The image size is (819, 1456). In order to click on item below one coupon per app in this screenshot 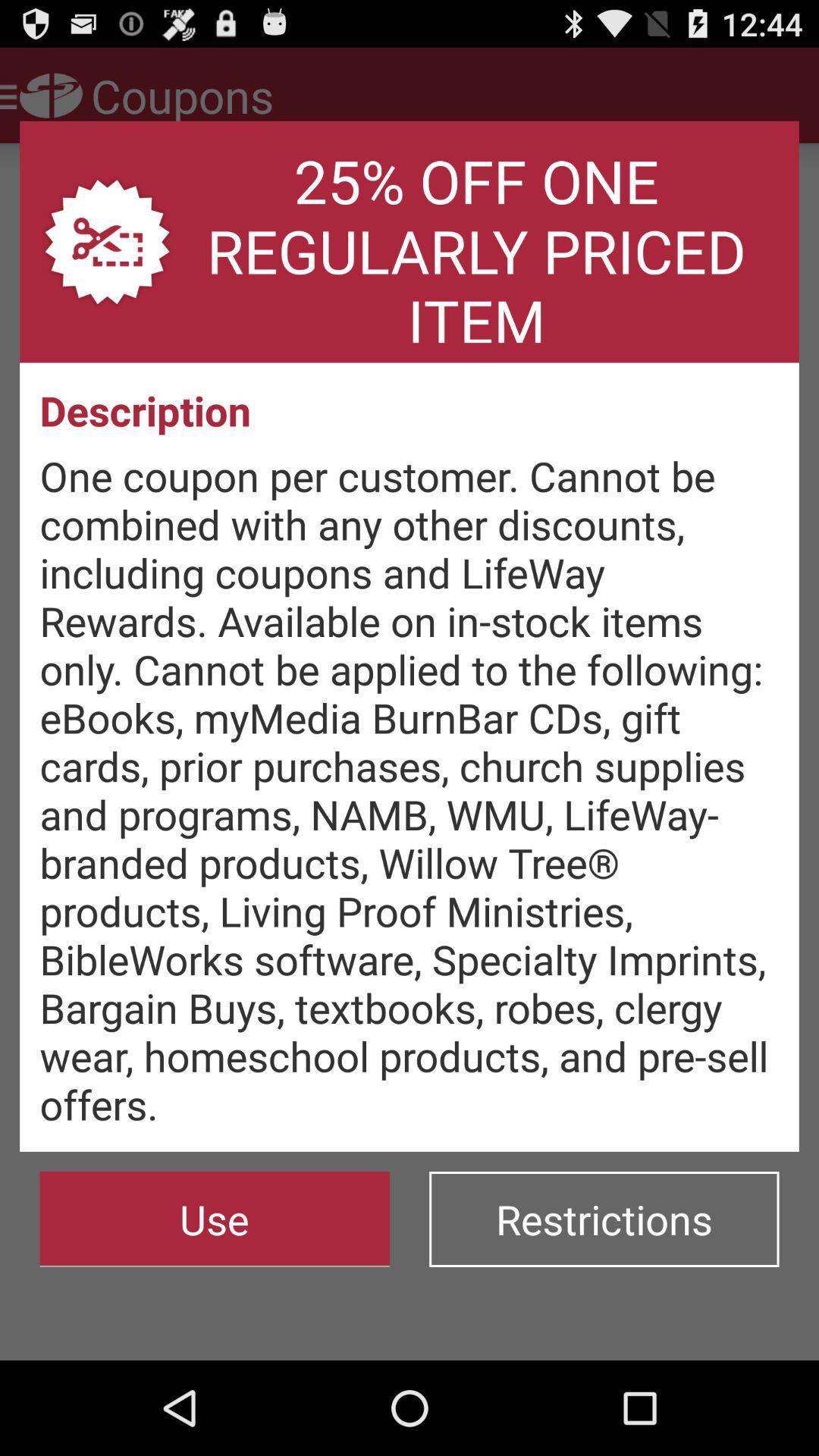, I will do `click(215, 1219)`.